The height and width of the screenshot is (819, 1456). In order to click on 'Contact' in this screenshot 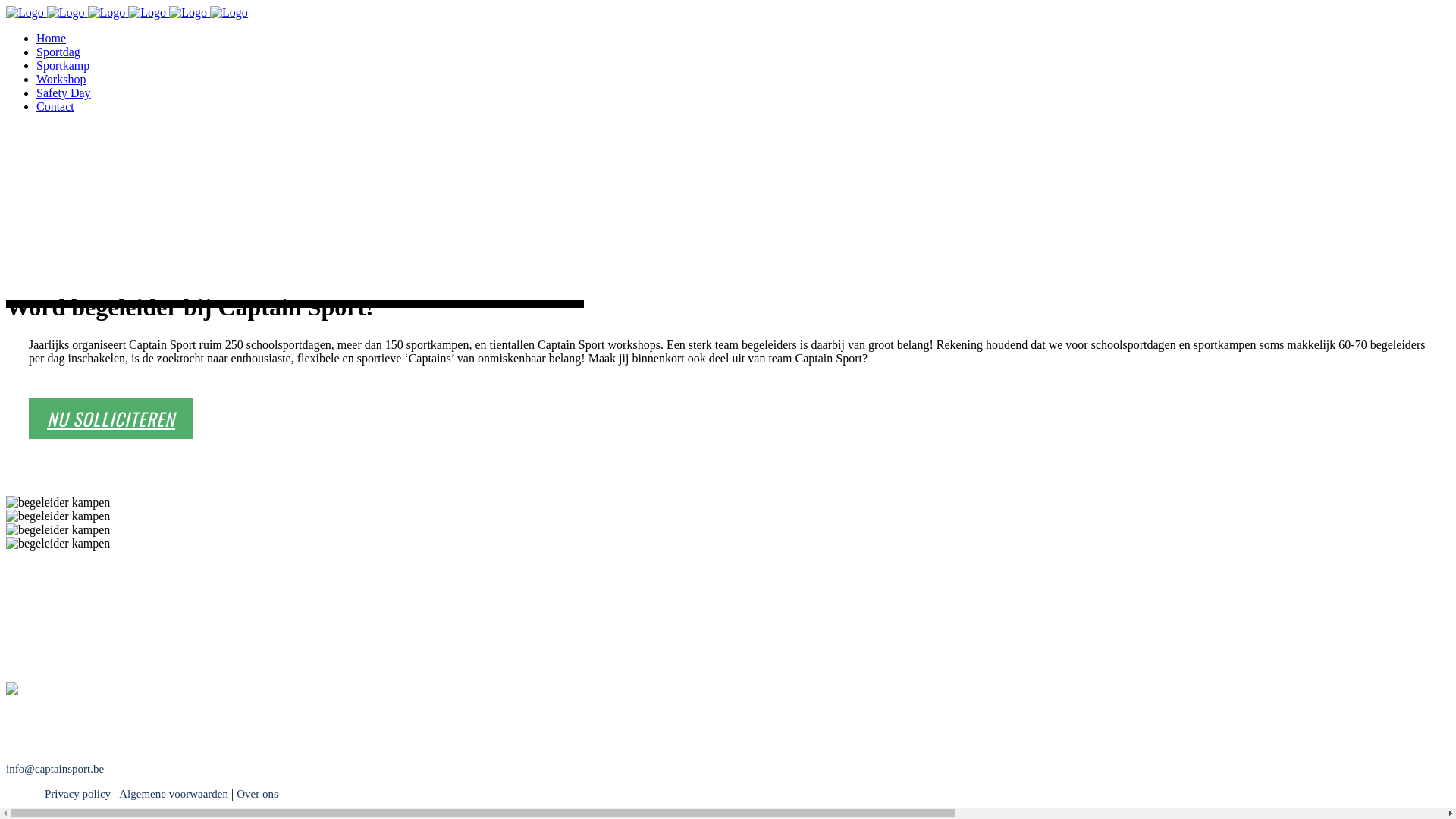, I will do `click(36, 105)`.